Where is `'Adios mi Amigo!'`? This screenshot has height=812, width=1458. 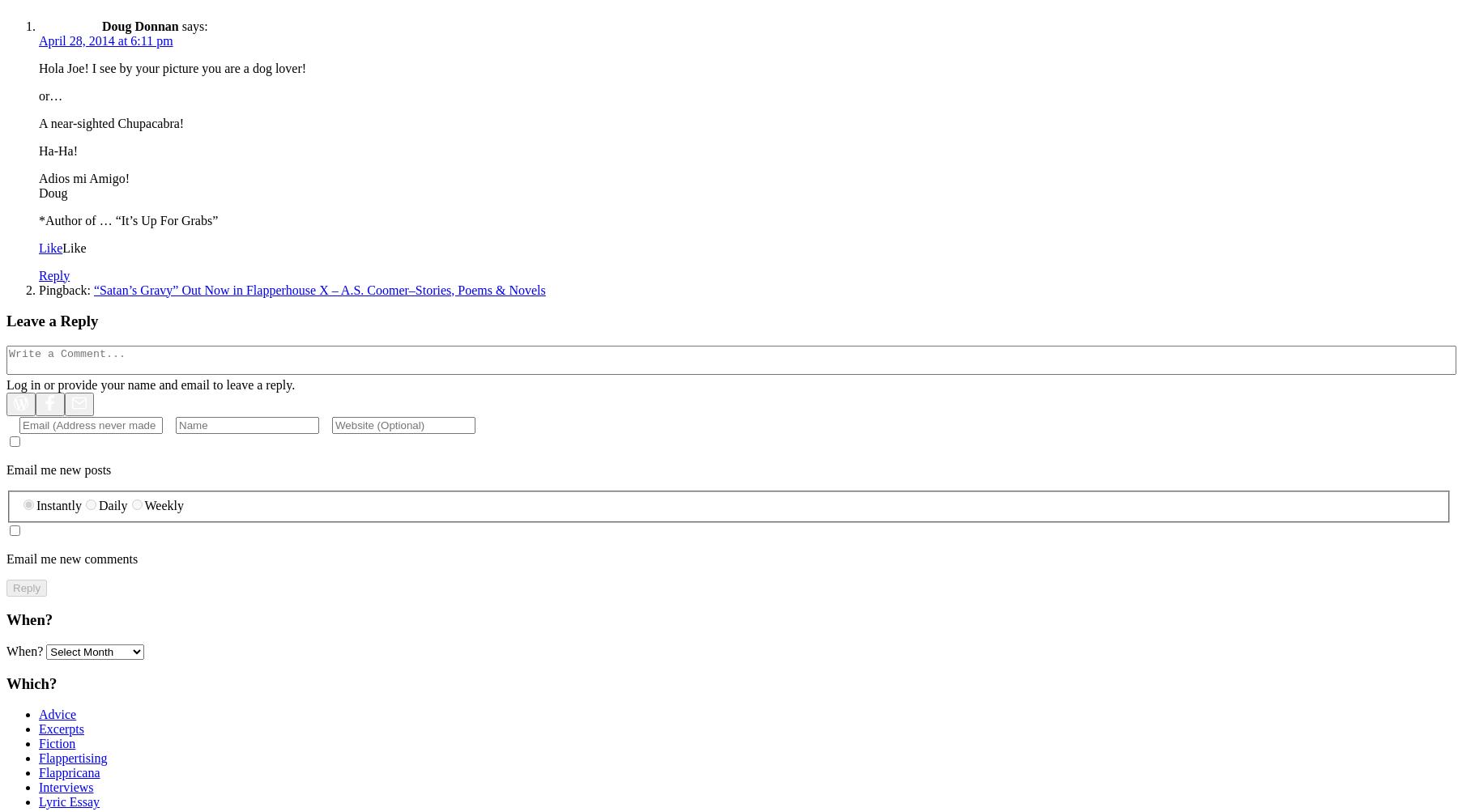
'Adios mi Amigo!' is located at coordinates (83, 177).